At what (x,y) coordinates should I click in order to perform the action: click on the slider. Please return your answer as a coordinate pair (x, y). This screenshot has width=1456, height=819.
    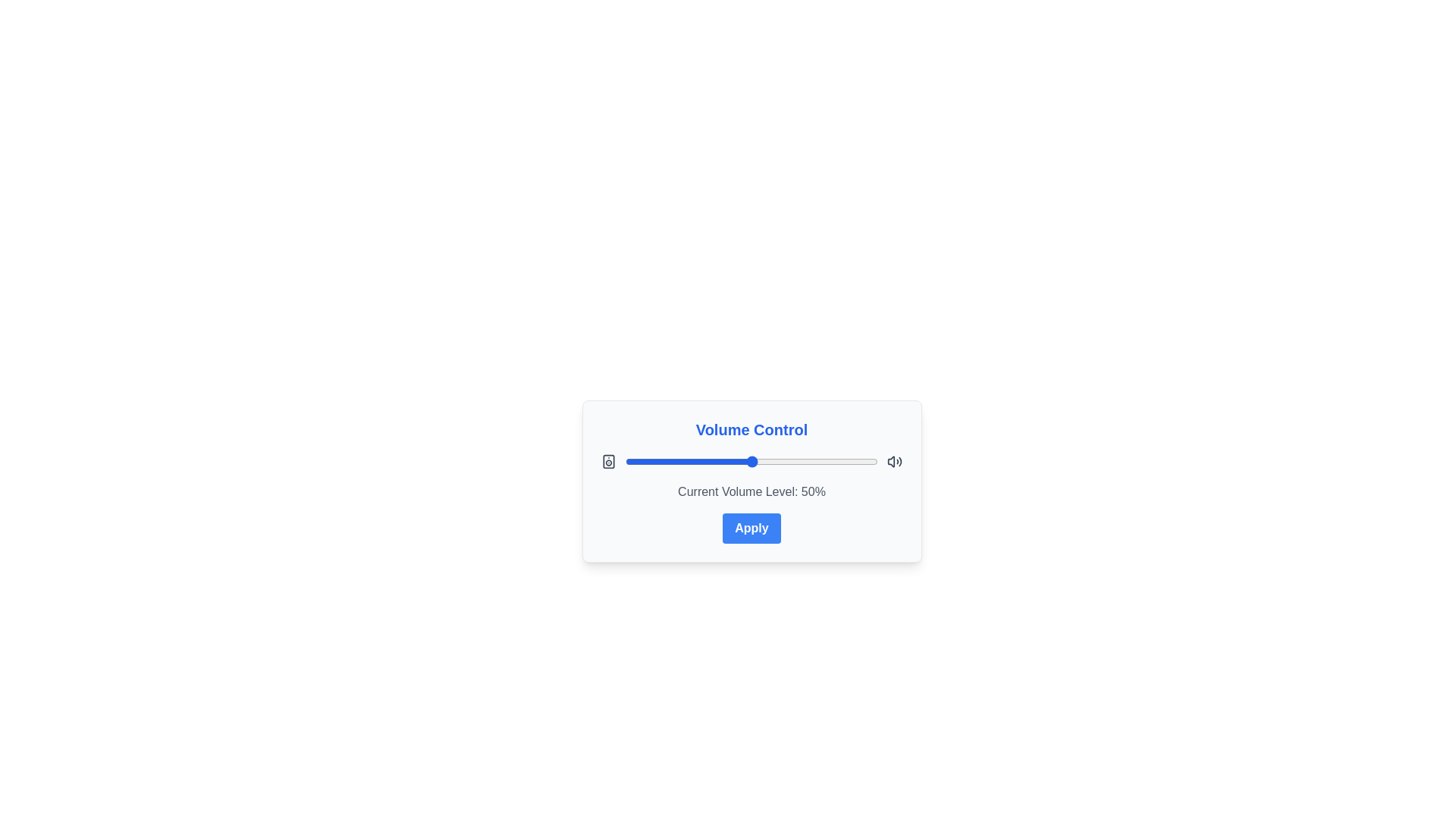
    Looking at the image, I should click on (847, 461).